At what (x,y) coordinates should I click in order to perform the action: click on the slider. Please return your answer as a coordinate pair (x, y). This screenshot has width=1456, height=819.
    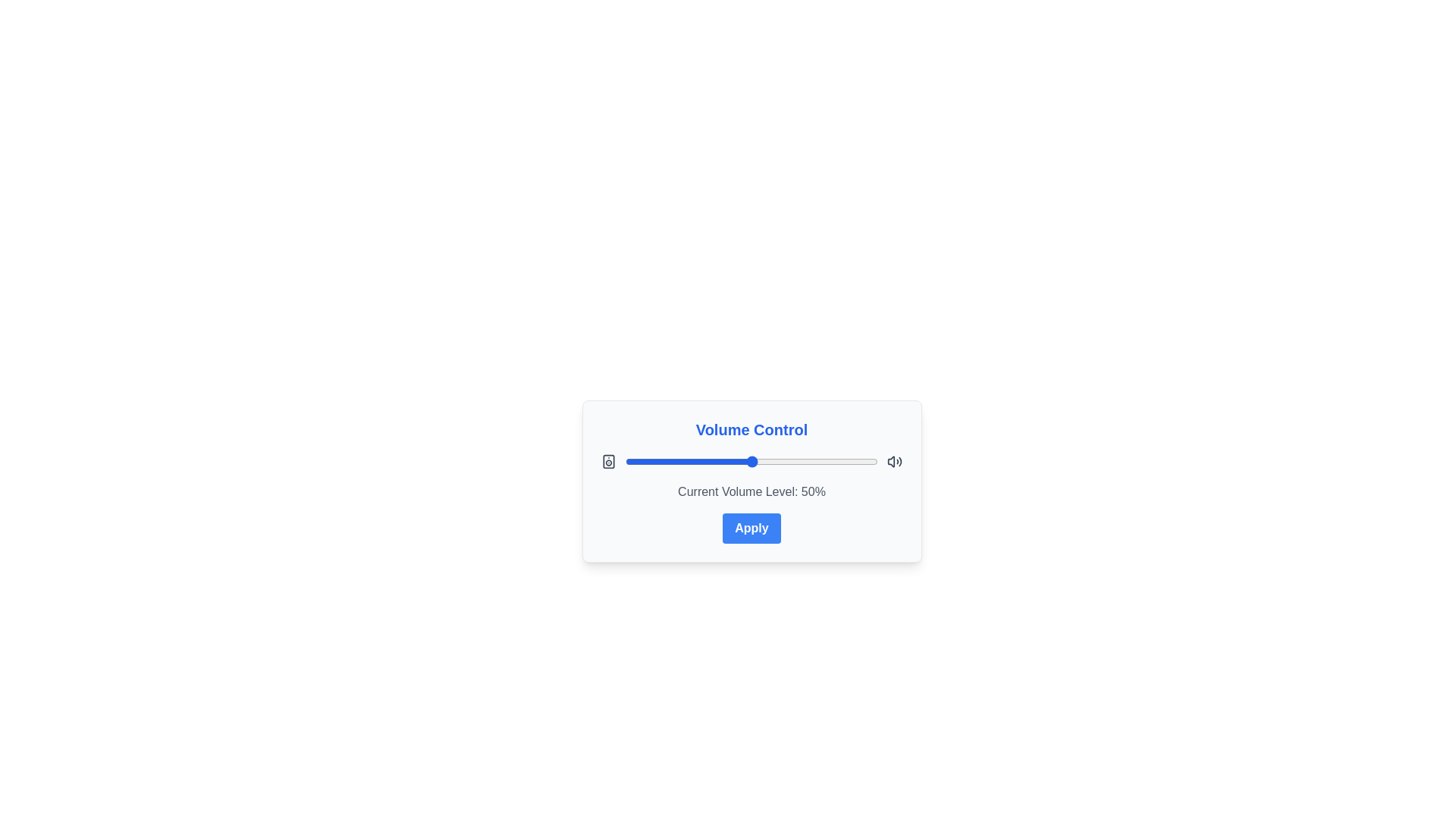
    Looking at the image, I should click on (847, 461).